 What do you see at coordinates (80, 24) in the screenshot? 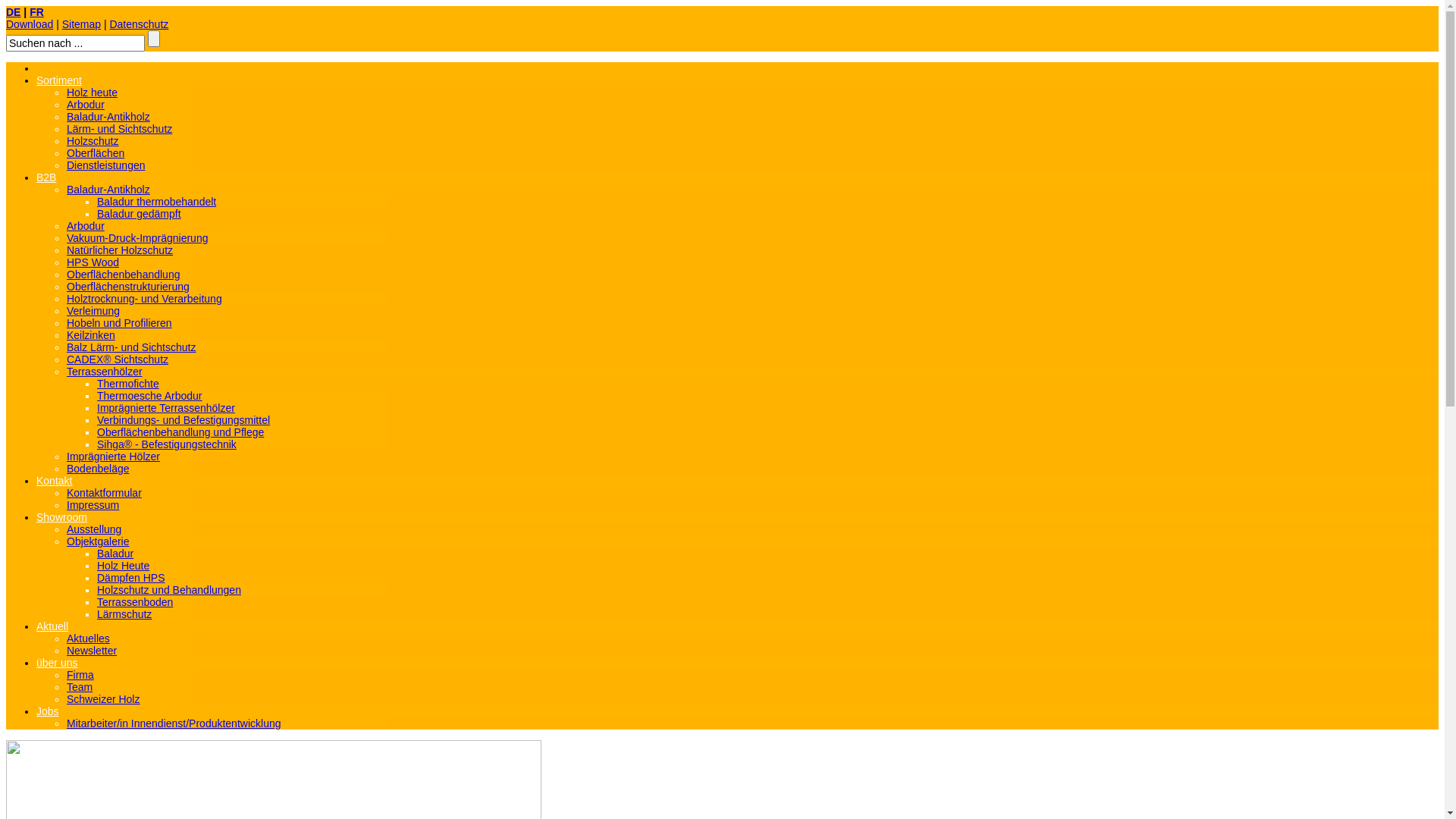
I see `'Sitemap'` at bounding box center [80, 24].